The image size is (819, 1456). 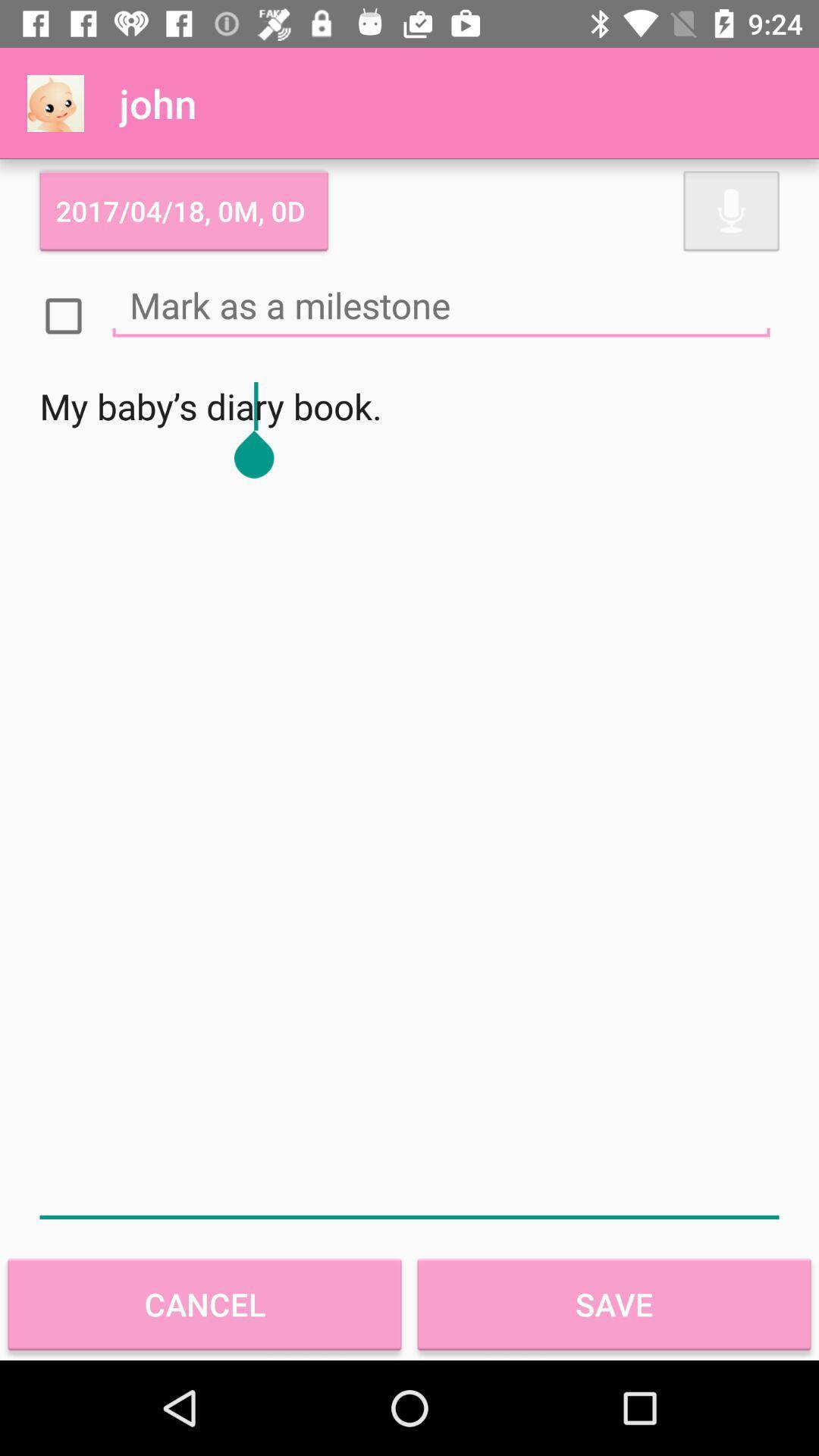 What do you see at coordinates (730, 210) in the screenshot?
I see `the microphone icon` at bounding box center [730, 210].